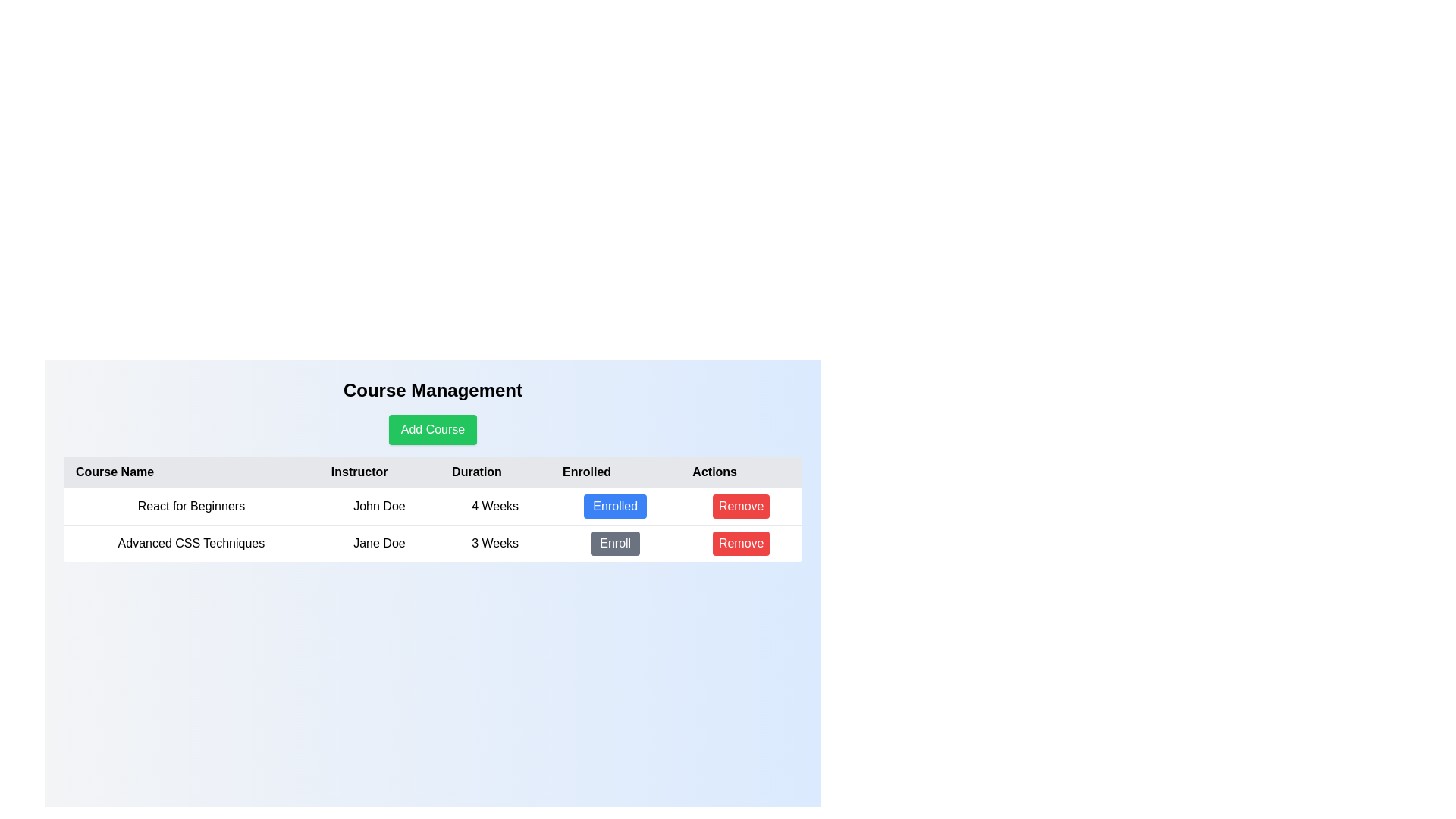  Describe the element at coordinates (379, 506) in the screenshot. I see `the Text label displaying the instructor's name, which is located in the 'Instructor' column of the first row of the table, positioned between 'React for Beginners' and '4 Weeks'` at that location.